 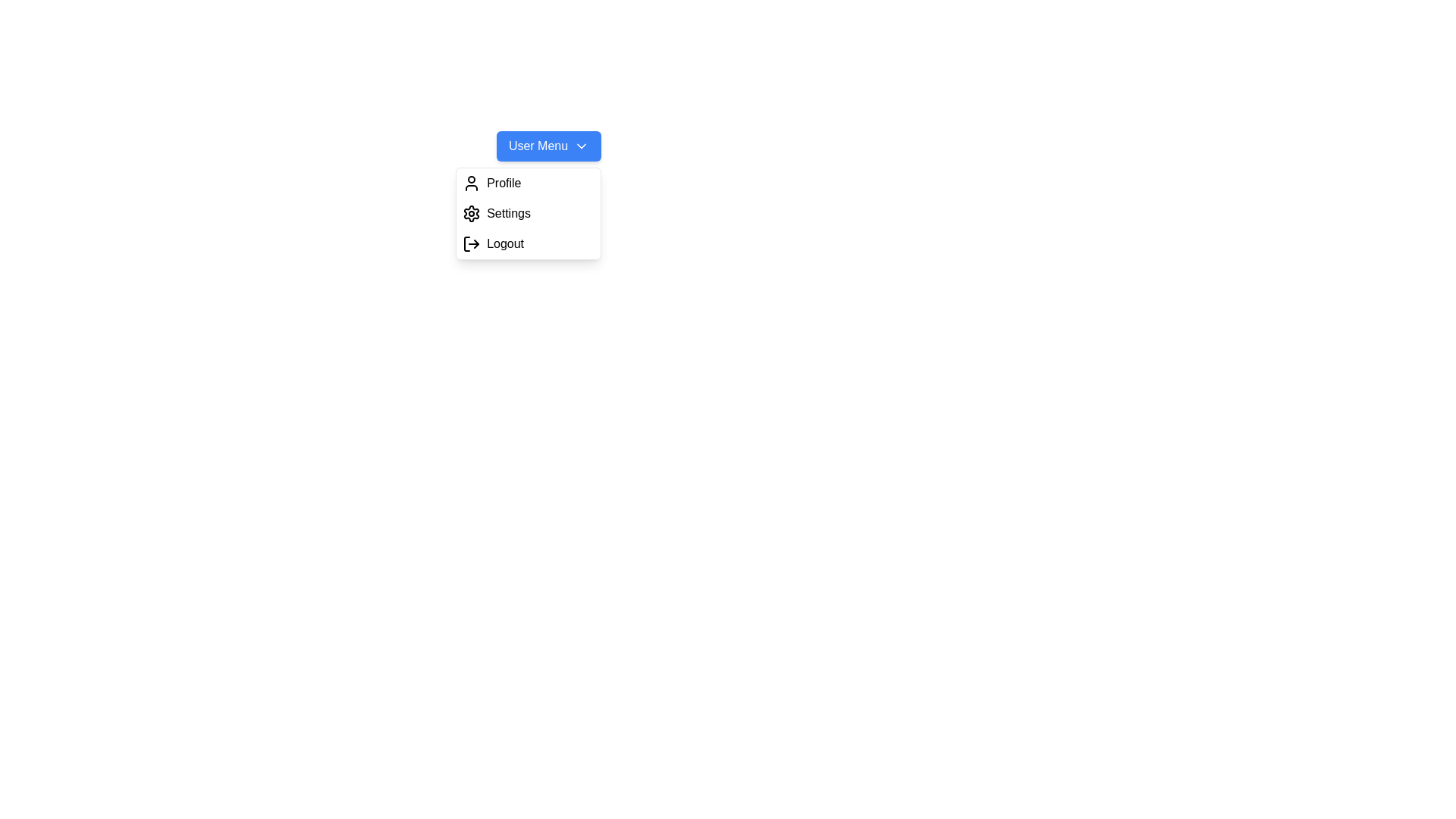 What do you see at coordinates (548, 146) in the screenshot?
I see `the blue 'User Menu' button with white text and a downward-pointing chevron icon` at bounding box center [548, 146].